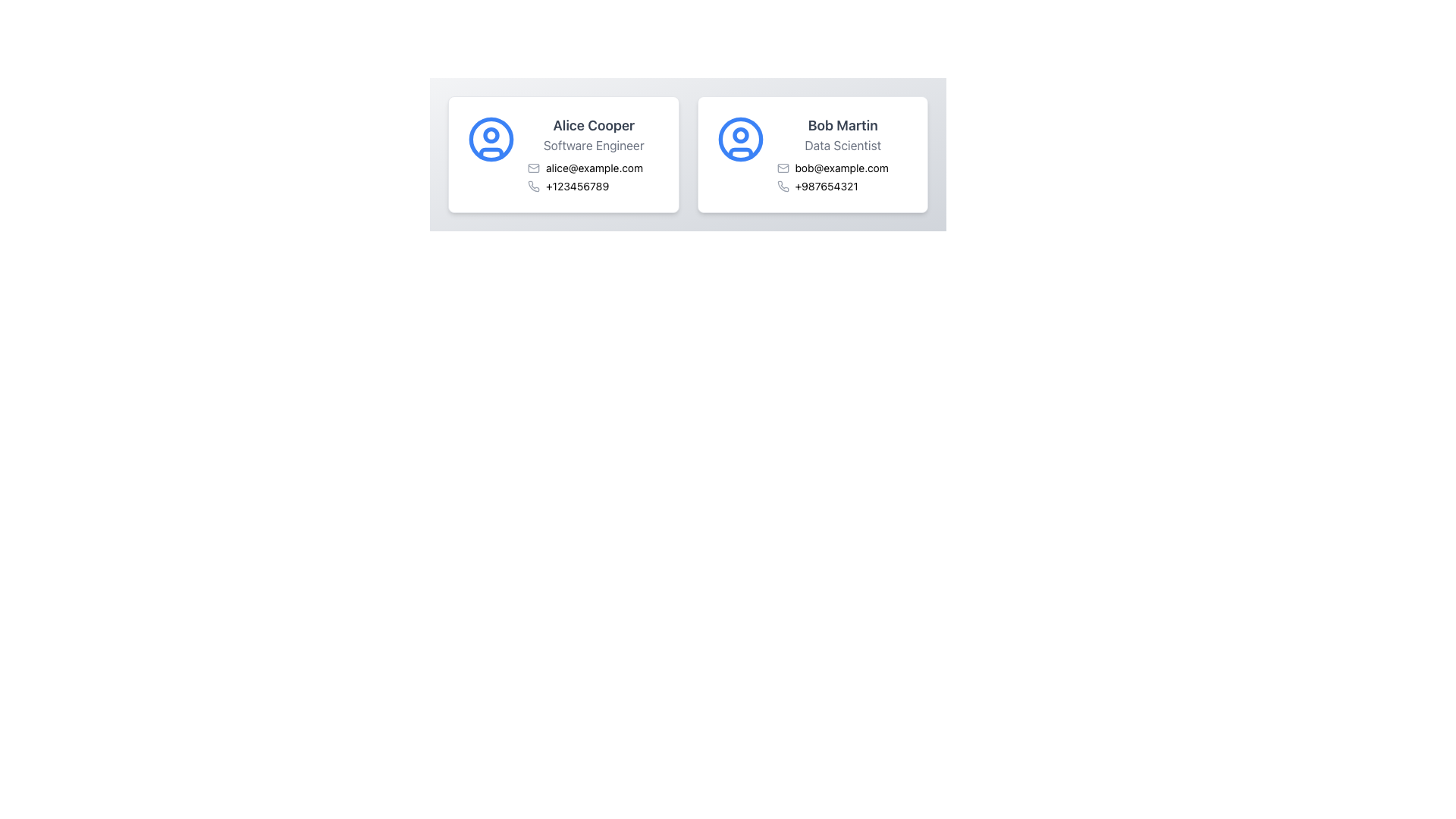 This screenshot has height=819, width=1456. Describe the element at coordinates (534, 186) in the screenshot. I see `the telephone icon located to the left of the phone number text '+123456789' in the top section of the first card-like layout` at that location.